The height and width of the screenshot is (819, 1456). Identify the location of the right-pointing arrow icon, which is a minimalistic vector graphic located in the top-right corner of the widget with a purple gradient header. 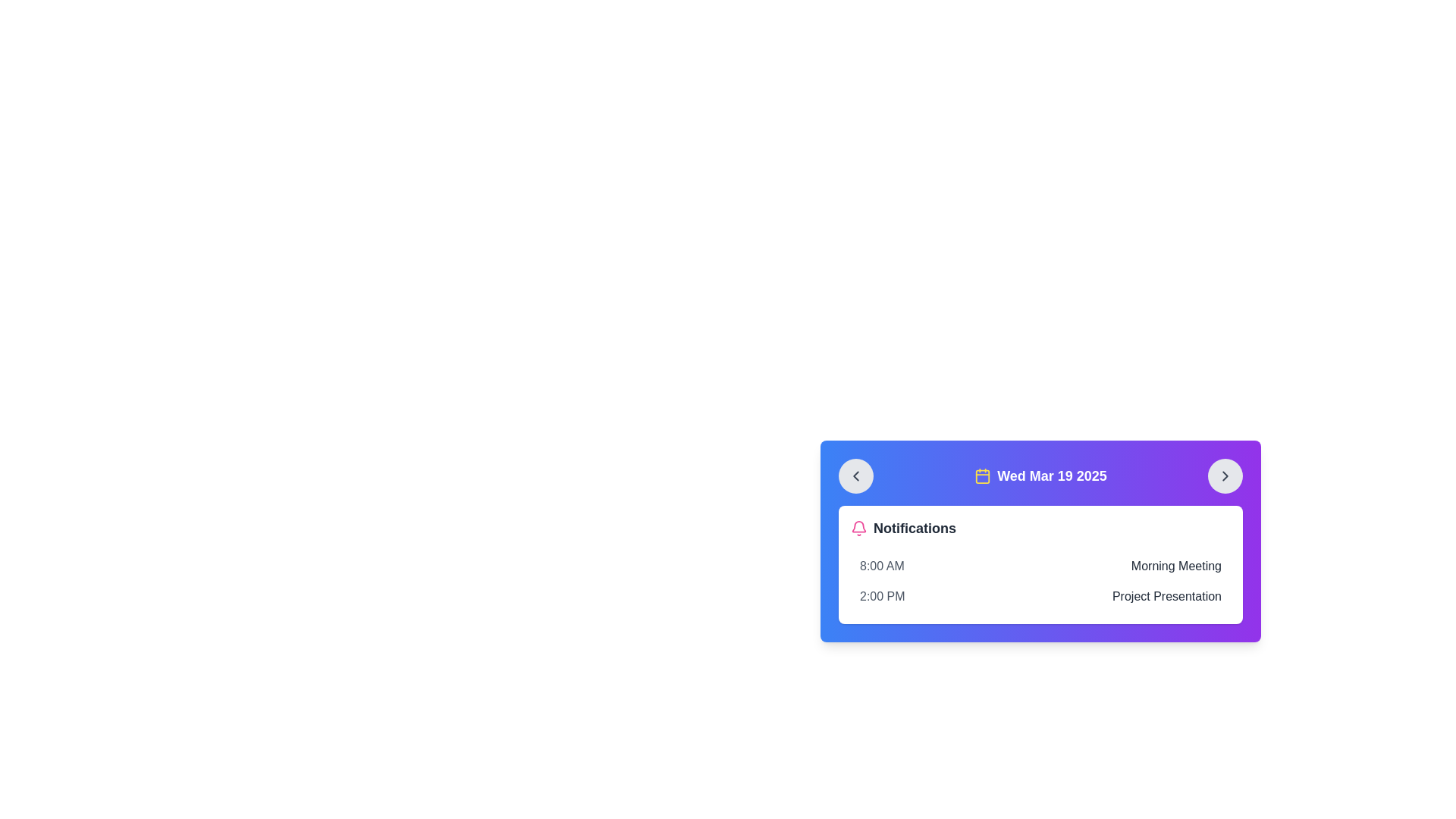
(1225, 475).